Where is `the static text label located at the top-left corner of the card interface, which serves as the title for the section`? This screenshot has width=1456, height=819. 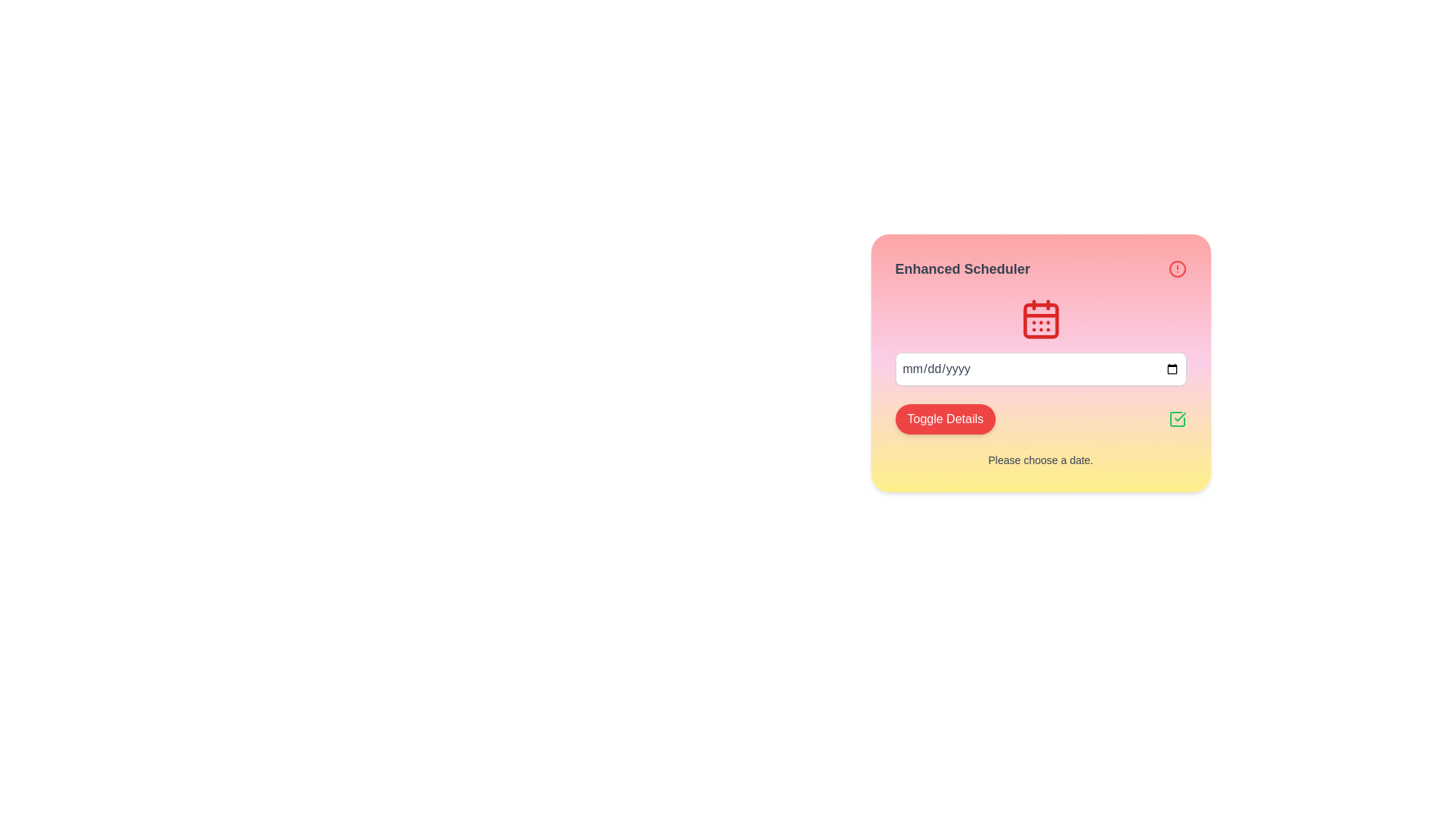
the static text label located at the top-left corner of the card interface, which serves as the title for the section is located at coordinates (962, 268).